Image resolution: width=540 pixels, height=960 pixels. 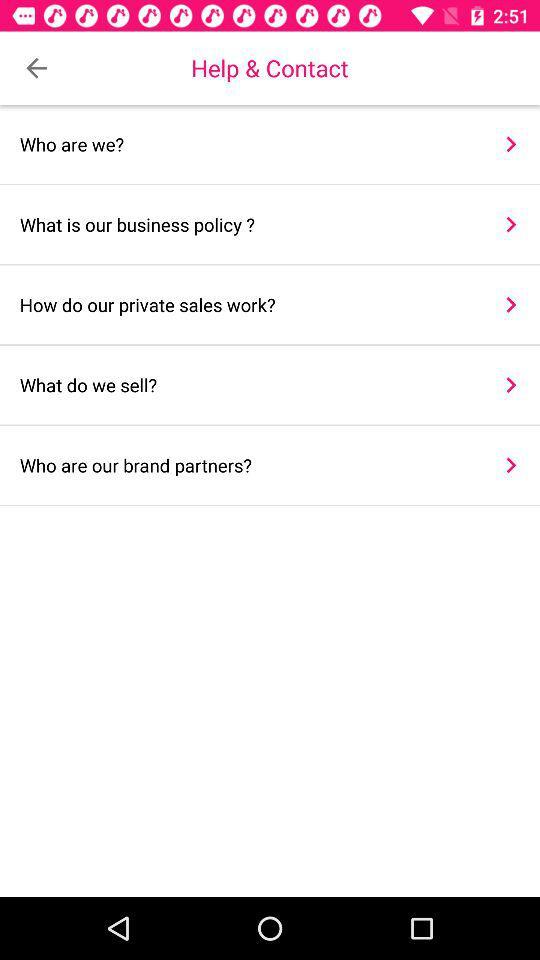 What do you see at coordinates (247, 304) in the screenshot?
I see `the icon below what is our item` at bounding box center [247, 304].